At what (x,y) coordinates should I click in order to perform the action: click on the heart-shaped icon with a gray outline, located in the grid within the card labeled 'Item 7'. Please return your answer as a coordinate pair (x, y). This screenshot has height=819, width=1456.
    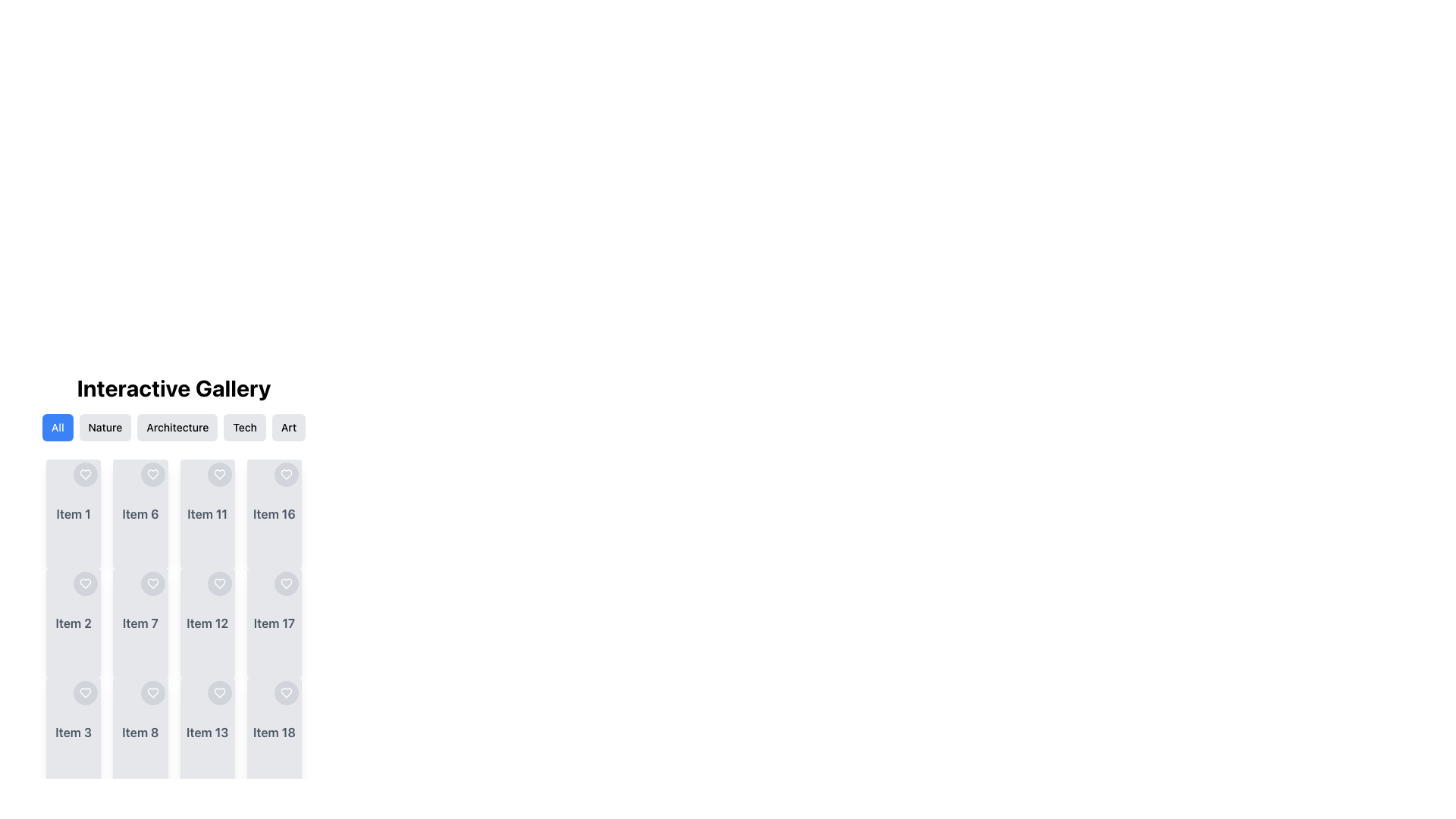
    Looking at the image, I should click on (152, 583).